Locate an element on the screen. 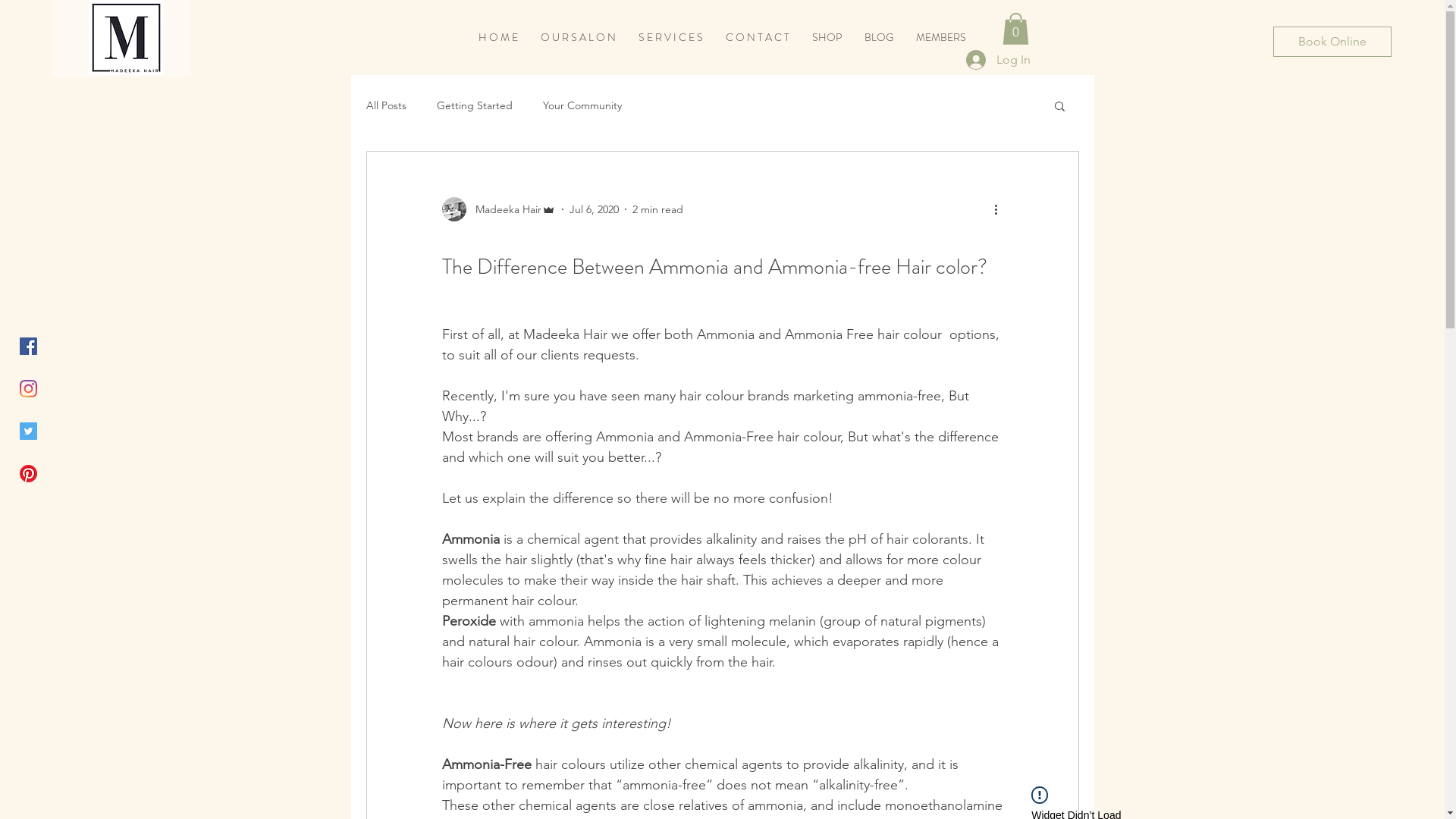 The image size is (1456, 819). 'Your Community' is located at coordinates (582, 104).